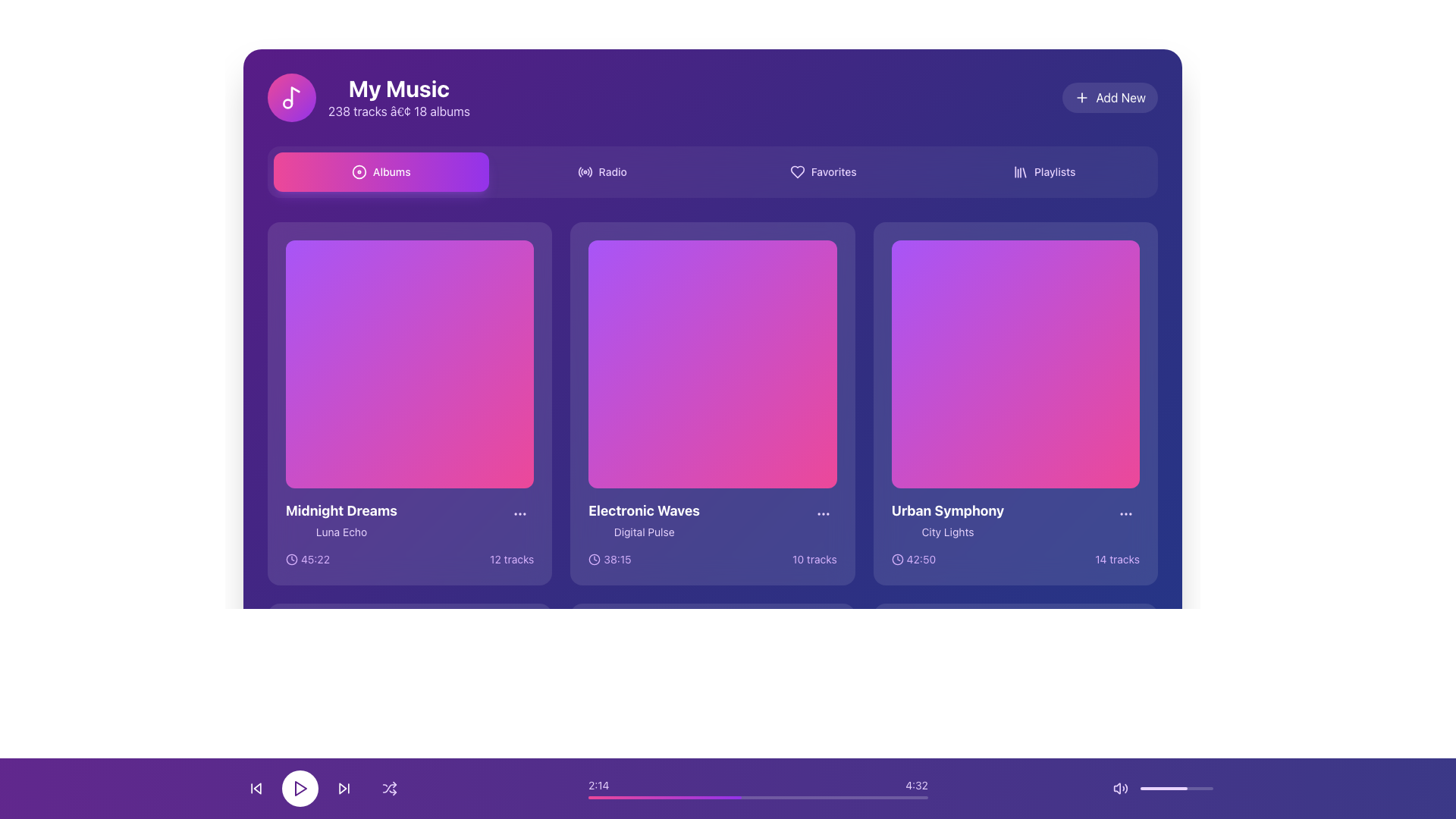 The image size is (1456, 819). I want to click on the volume, so click(1170, 788).